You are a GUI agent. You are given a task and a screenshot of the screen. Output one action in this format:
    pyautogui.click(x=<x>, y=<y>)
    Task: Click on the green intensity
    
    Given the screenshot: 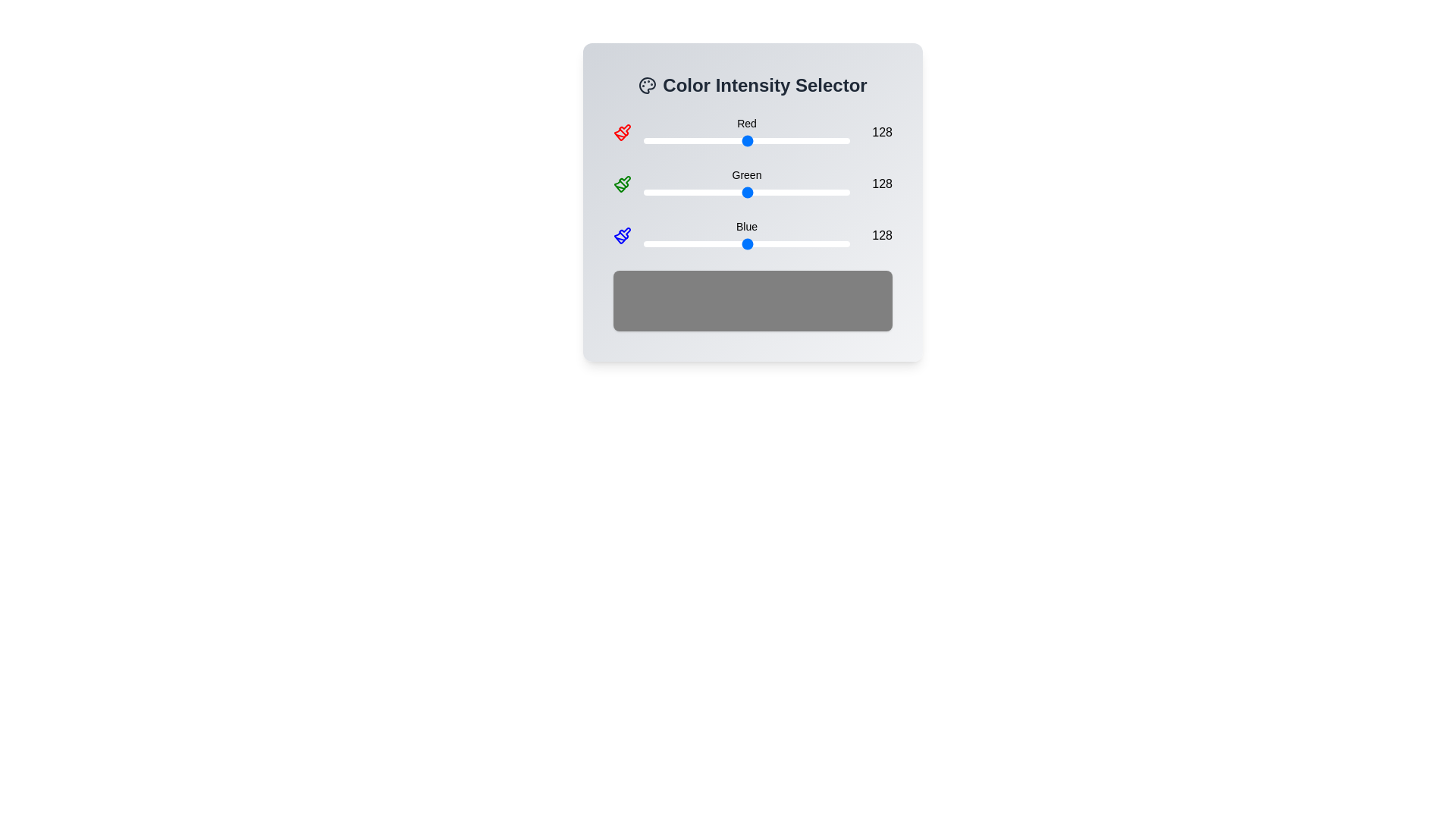 What is the action you would take?
    pyautogui.click(x=664, y=192)
    